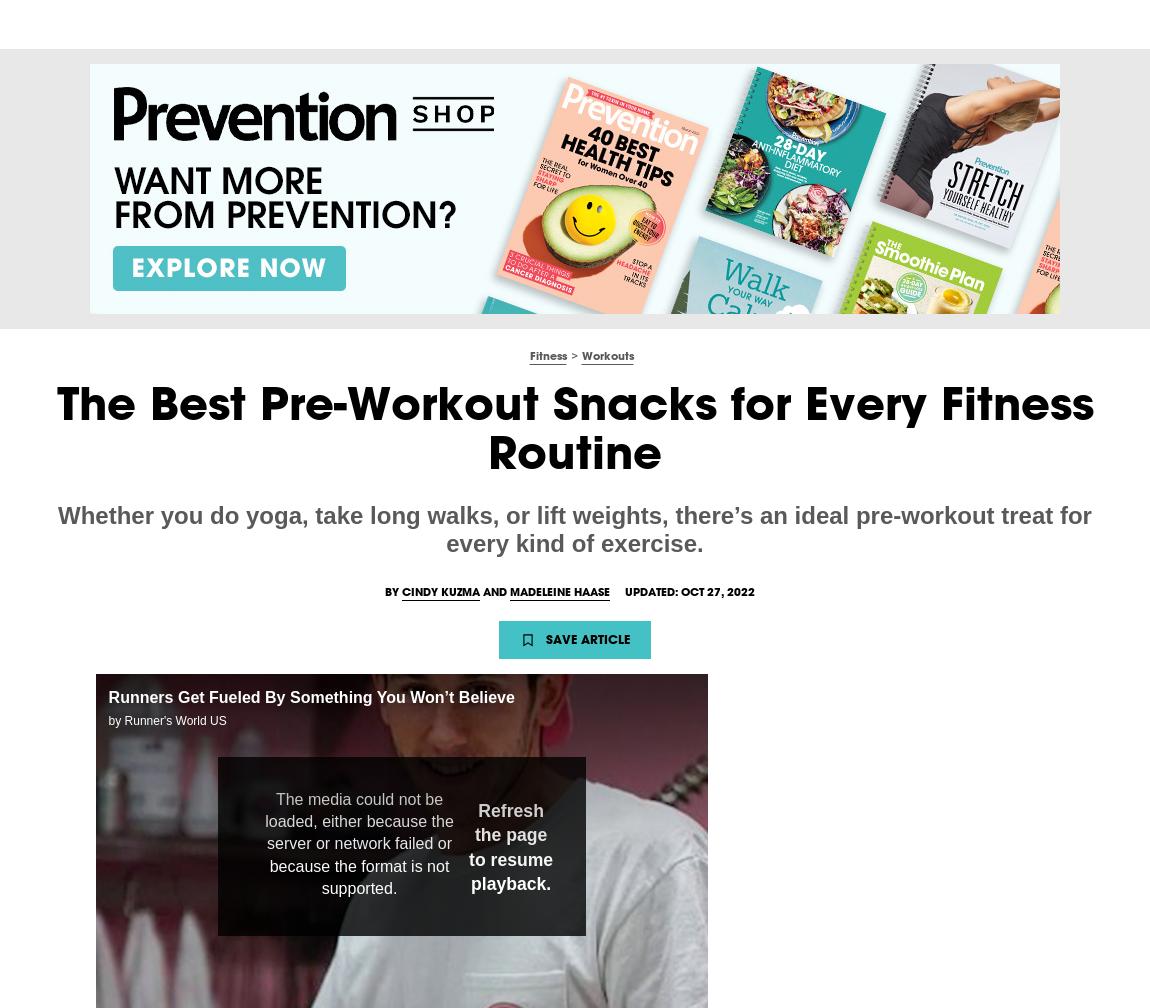  Describe the element at coordinates (575, 636) in the screenshot. I see `'Advertisement - Continue Reading Below'` at that location.